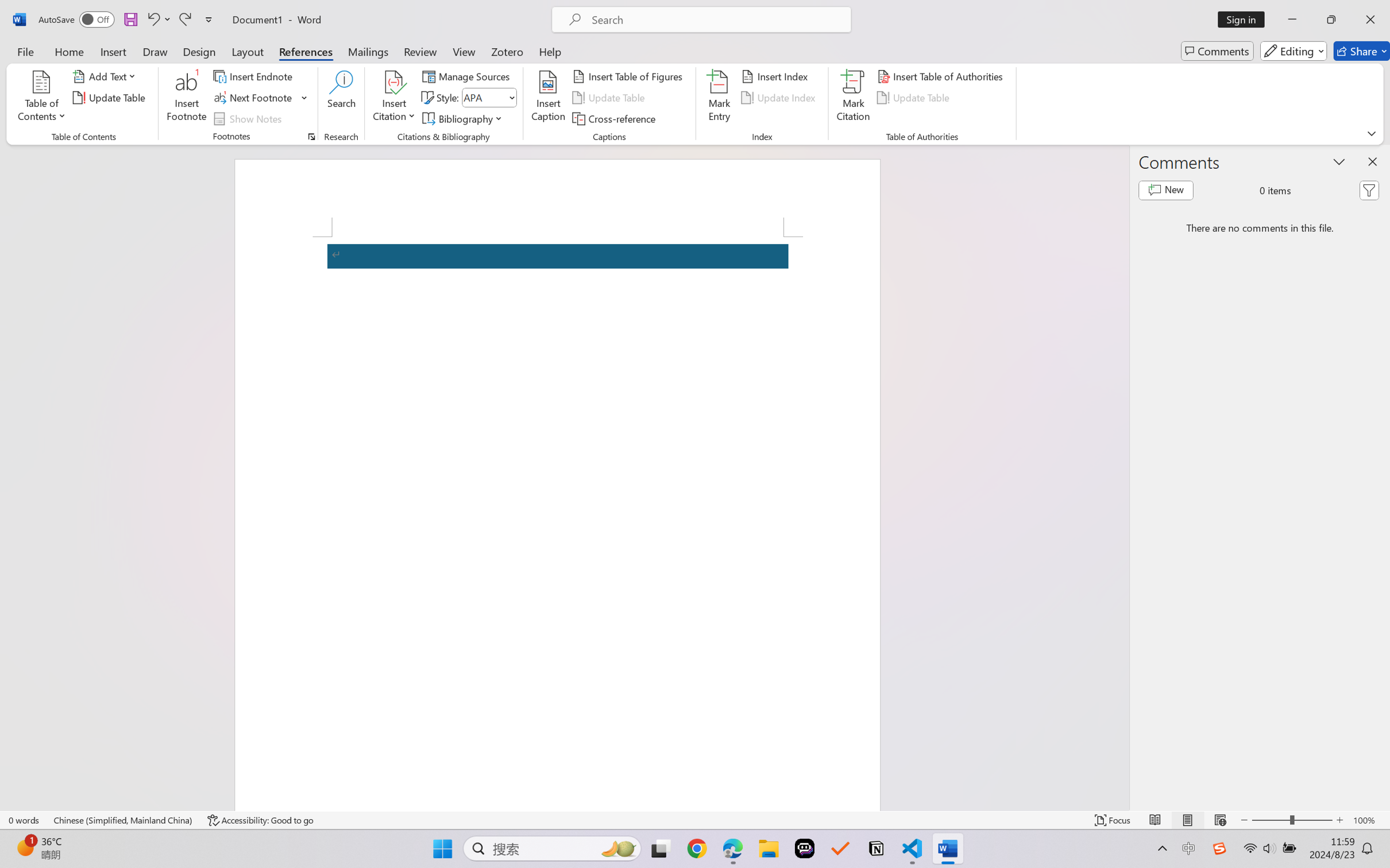  What do you see at coordinates (123, 820) in the screenshot?
I see `'Language Chinese (Simplified, Mainland China)'` at bounding box center [123, 820].